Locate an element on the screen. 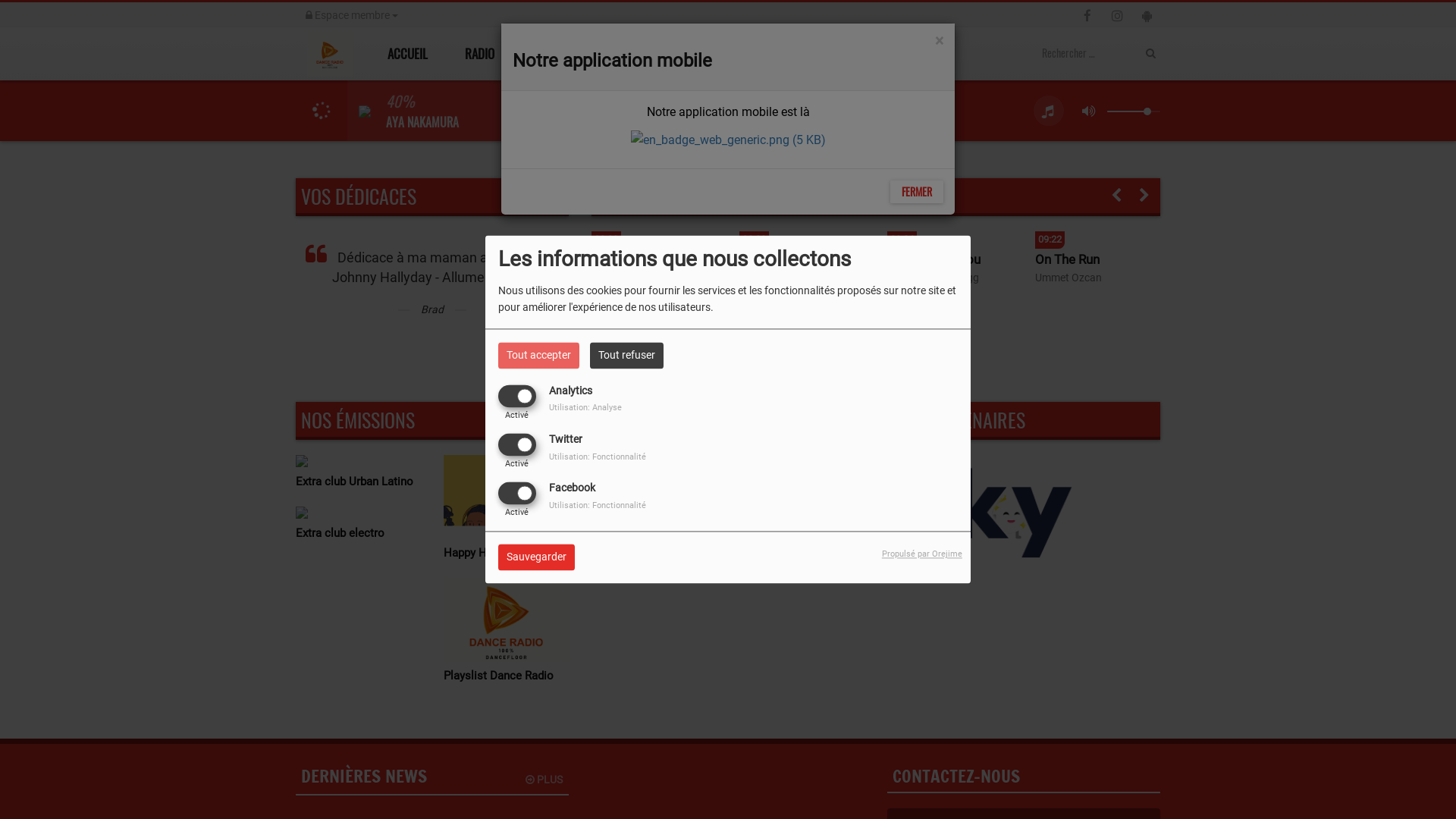  'FERMER' is located at coordinates (916, 191).